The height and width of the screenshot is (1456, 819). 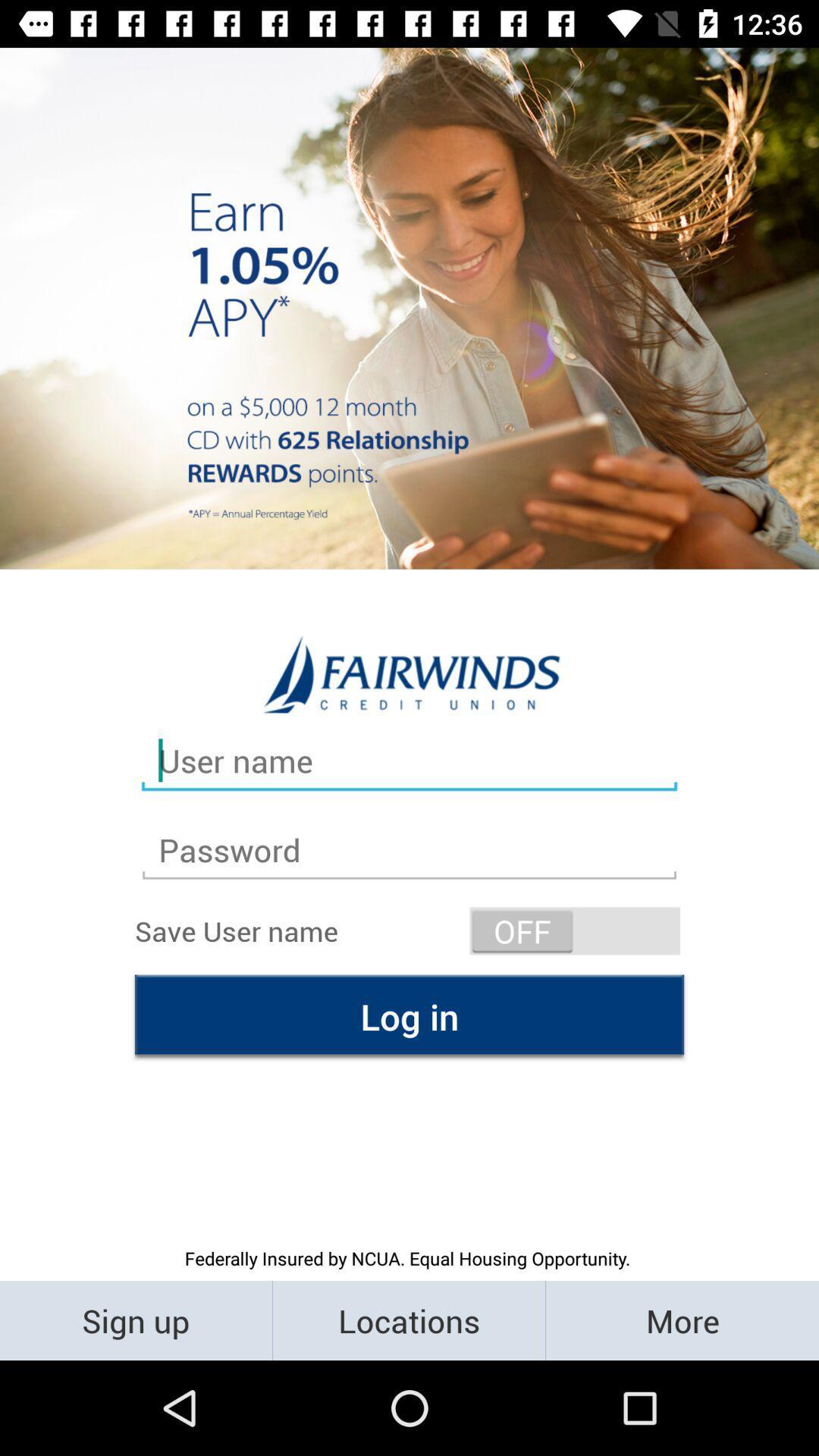 I want to click on the sign up item, so click(x=135, y=1319).